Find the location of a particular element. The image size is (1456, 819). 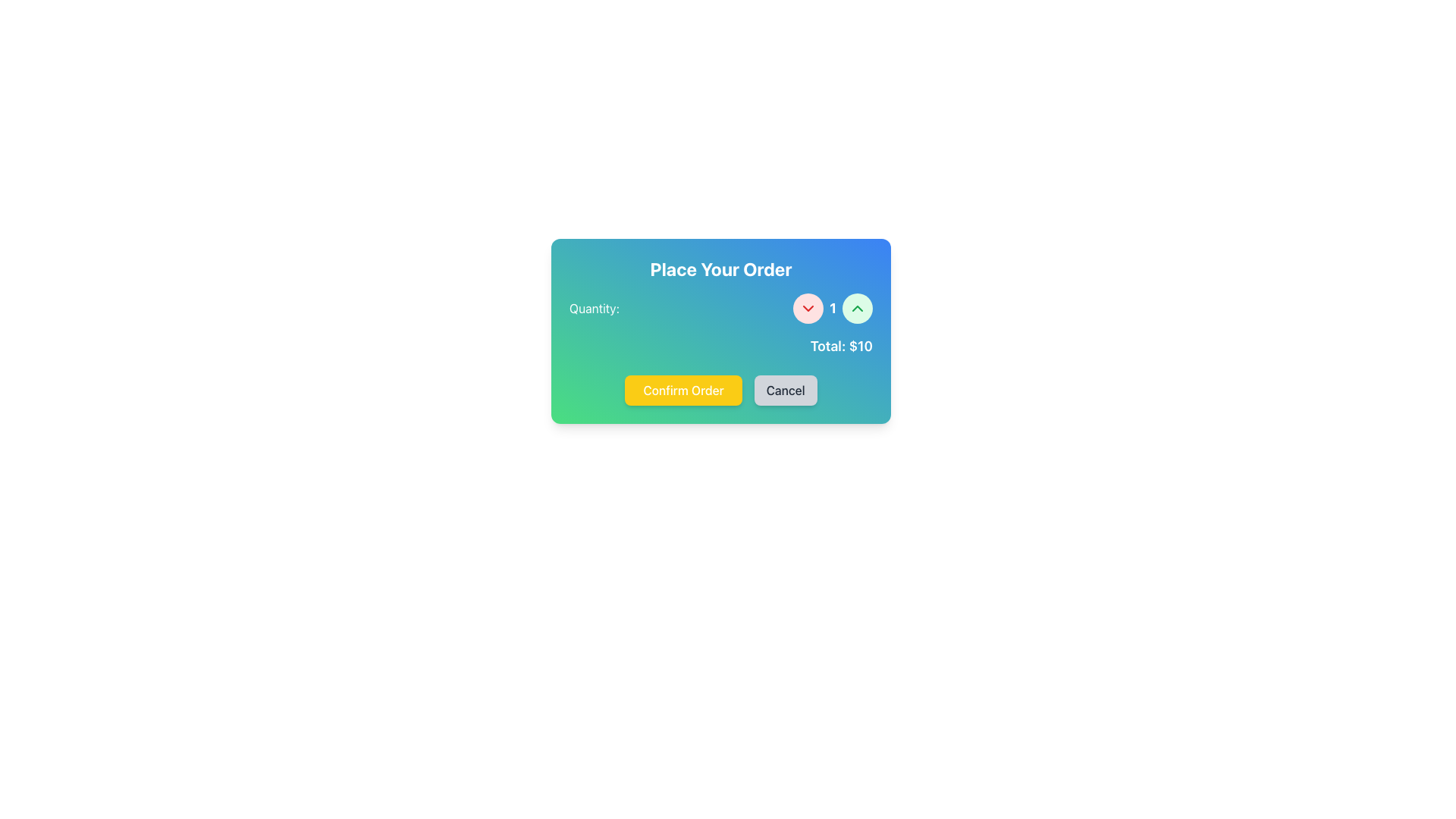

the yellow 'Confirm Order' button with rounded edges located in the modal dialog box to confirm the order is located at coordinates (720, 390).